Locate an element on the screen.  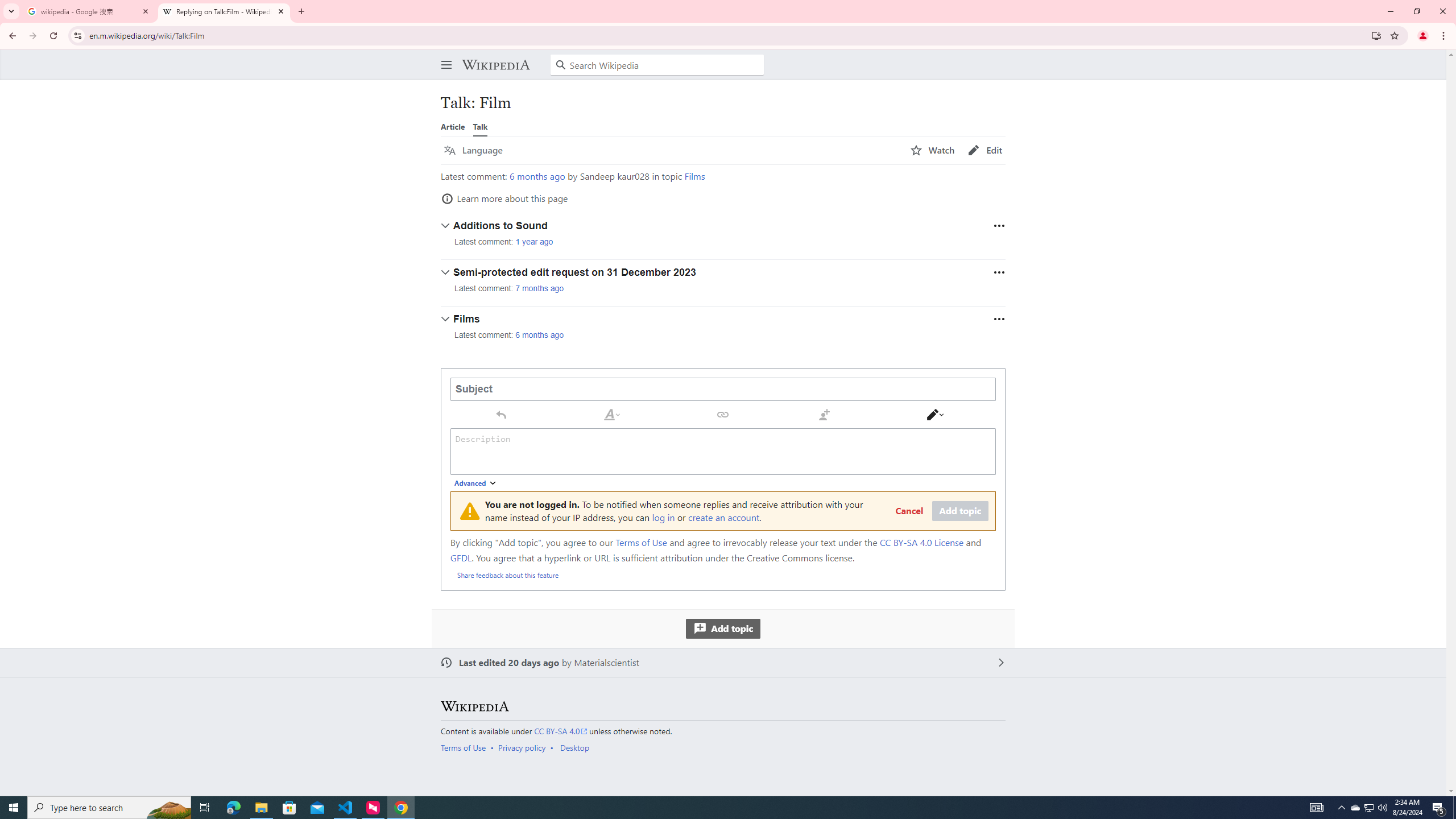
'Last edited 20 days ago by Materialscientist' is located at coordinates (723, 662).